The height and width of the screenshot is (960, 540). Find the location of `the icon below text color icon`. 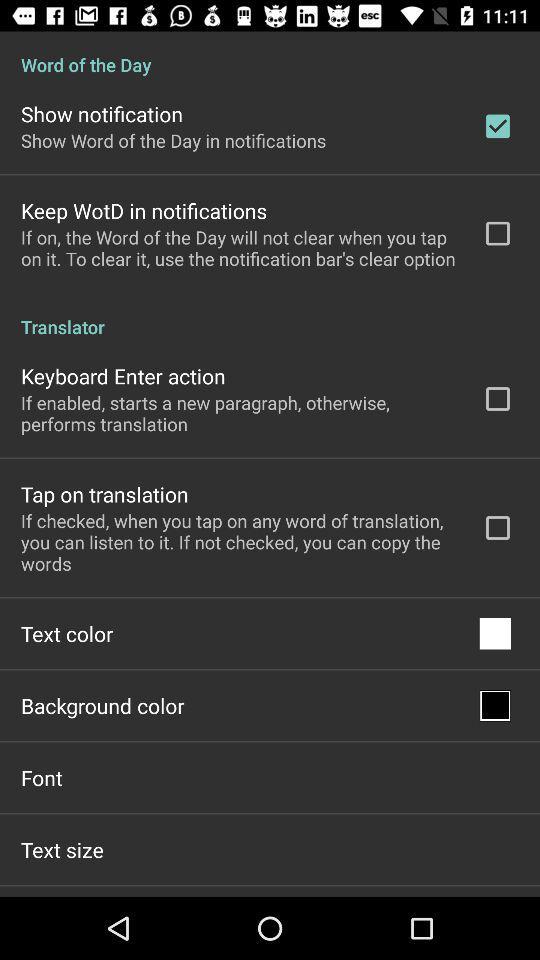

the icon below text color icon is located at coordinates (102, 705).